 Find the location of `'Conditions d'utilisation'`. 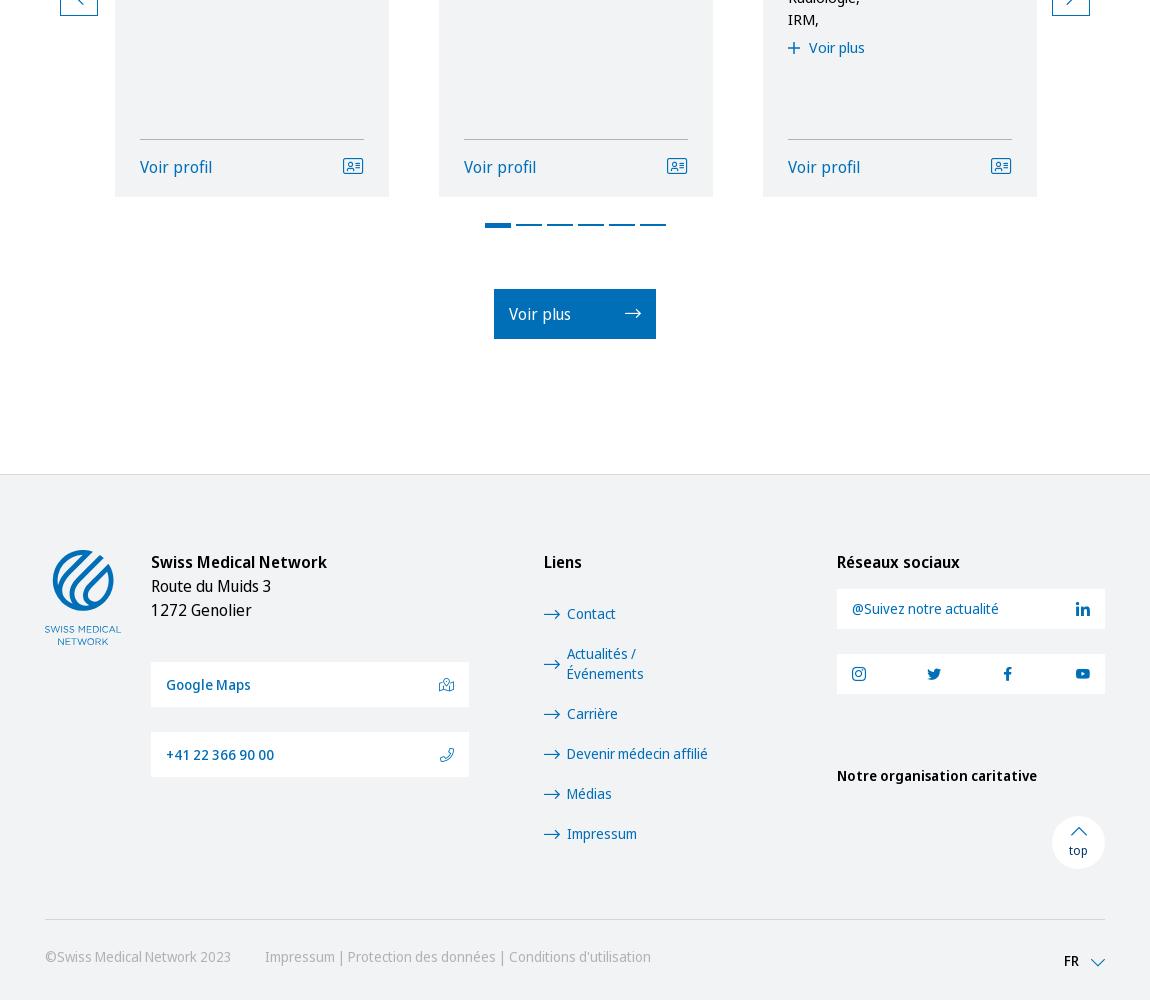

'Conditions d'utilisation' is located at coordinates (578, 955).